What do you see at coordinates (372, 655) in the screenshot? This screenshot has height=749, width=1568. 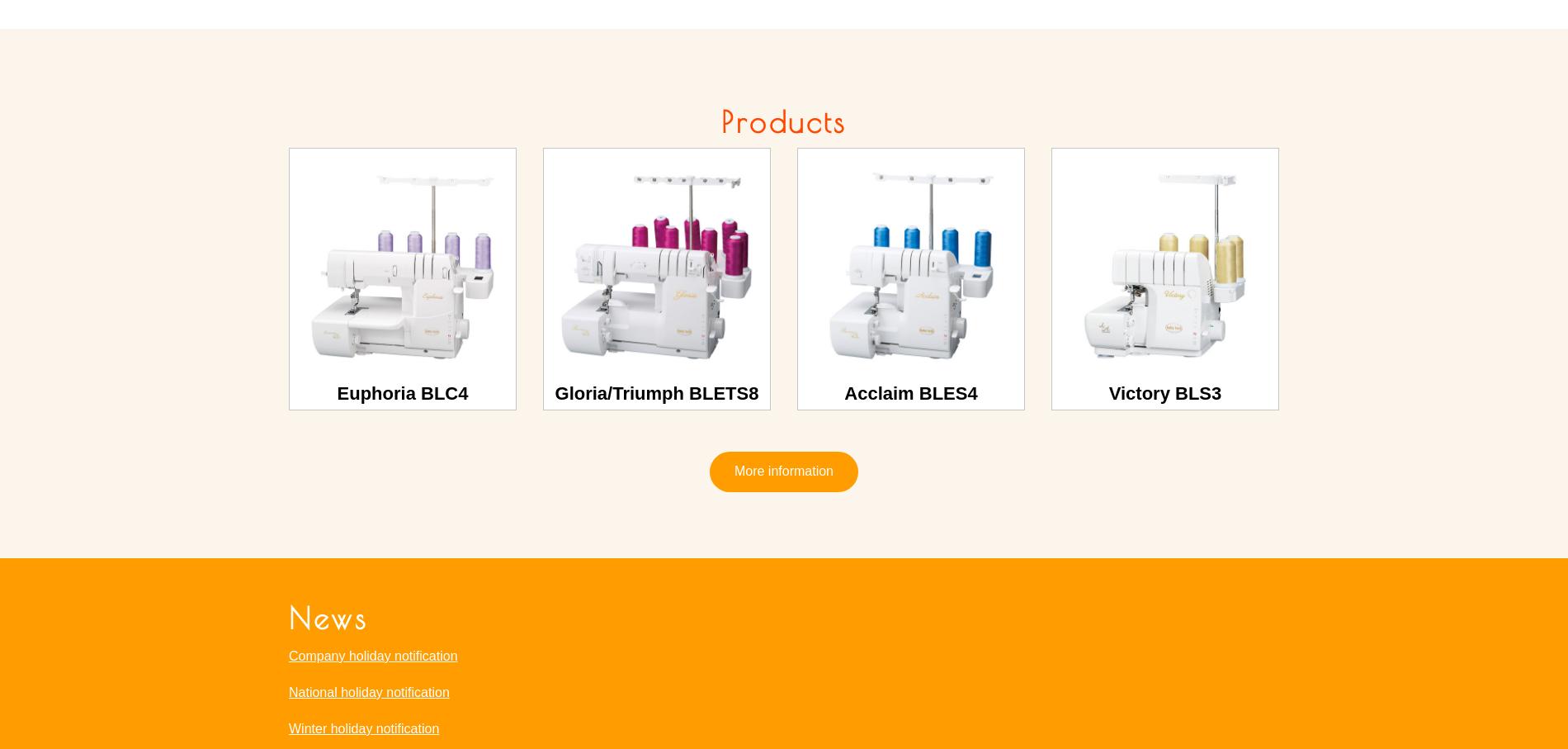 I see `'Company holiday notification'` at bounding box center [372, 655].